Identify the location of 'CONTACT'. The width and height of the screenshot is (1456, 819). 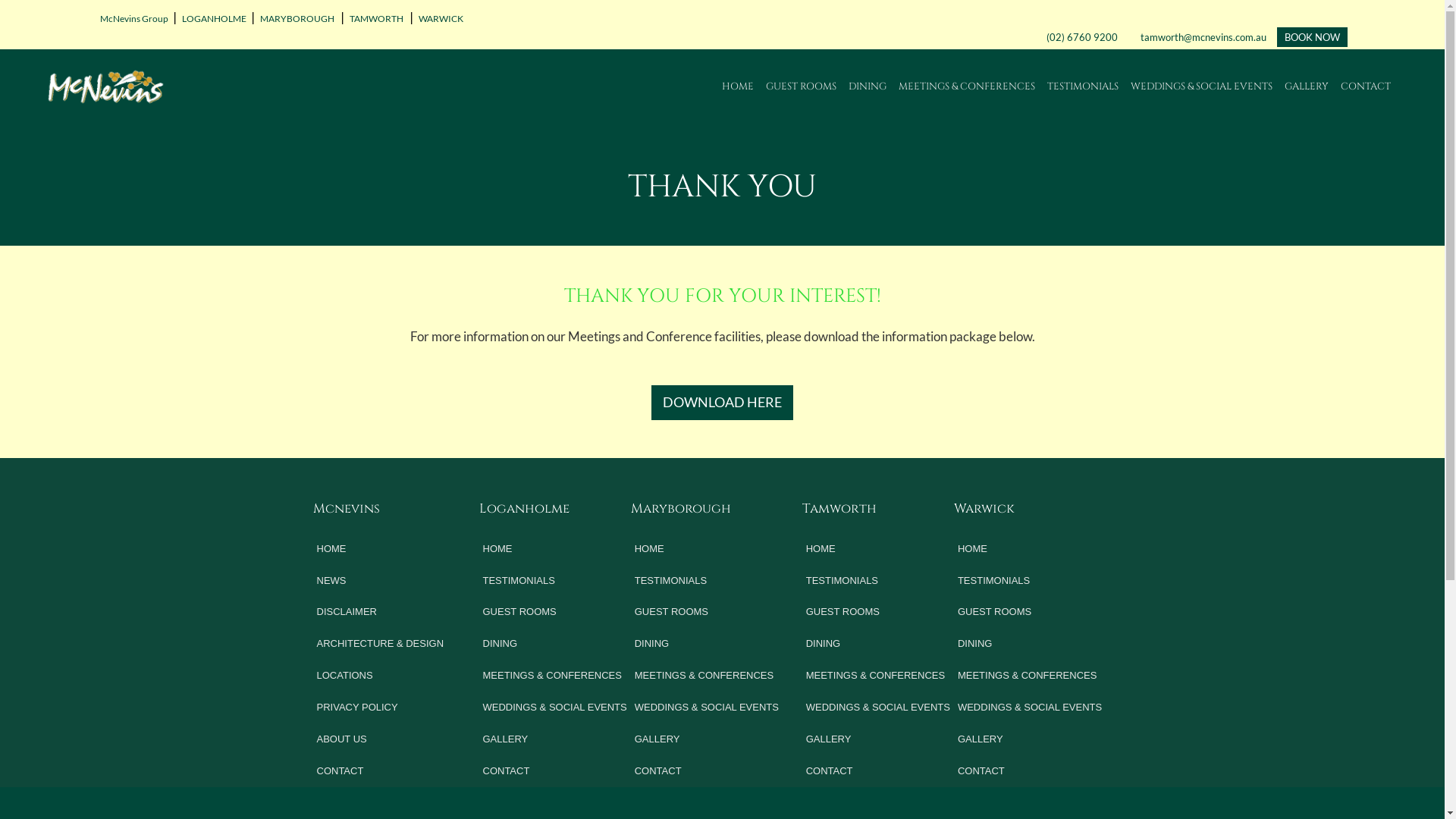
(708, 771).